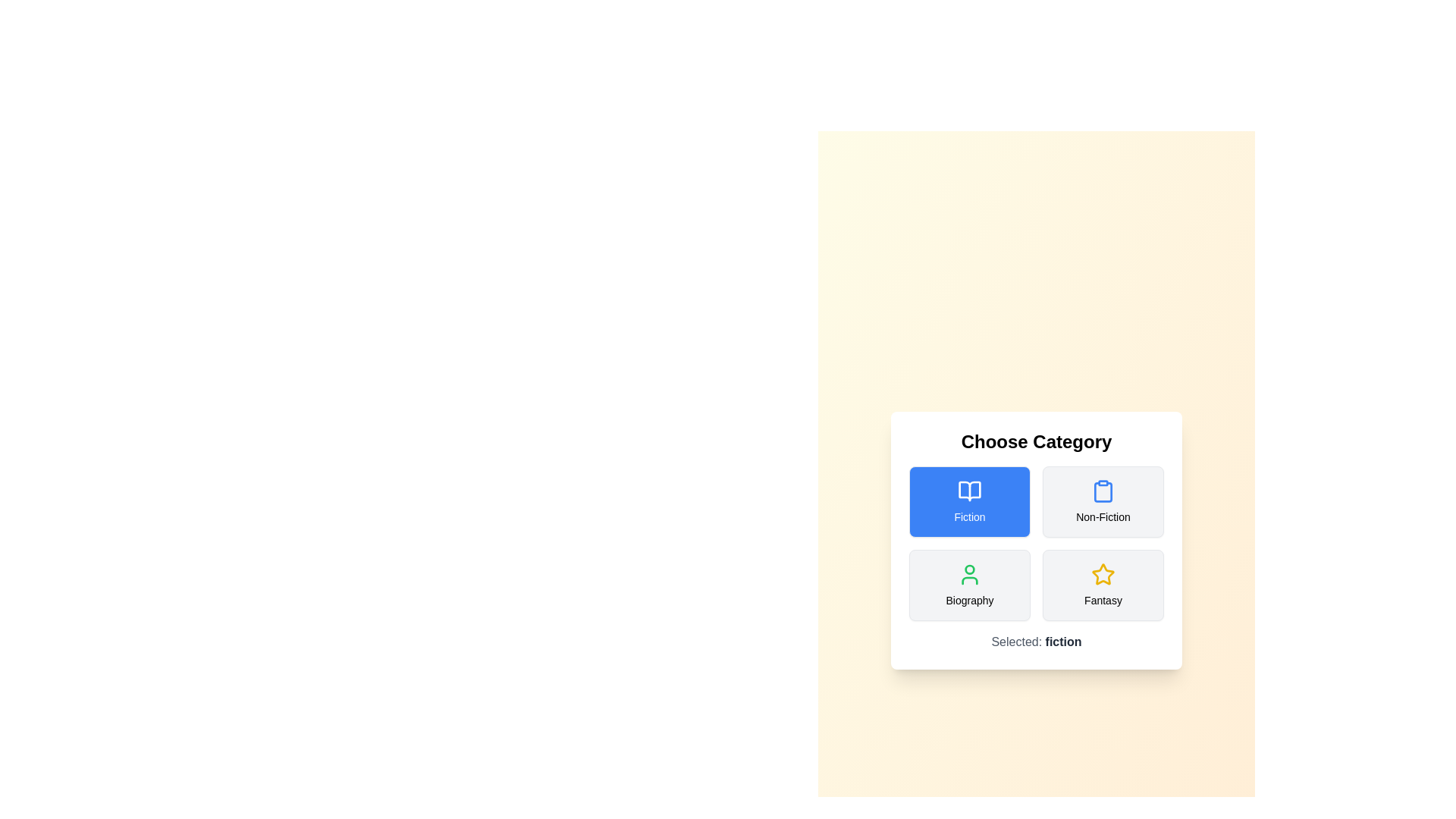 Image resolution: width=1456 pixels, height=819 pixels. I want to click on the category Non-Fiction by clicking its button, so click(1103, 502).